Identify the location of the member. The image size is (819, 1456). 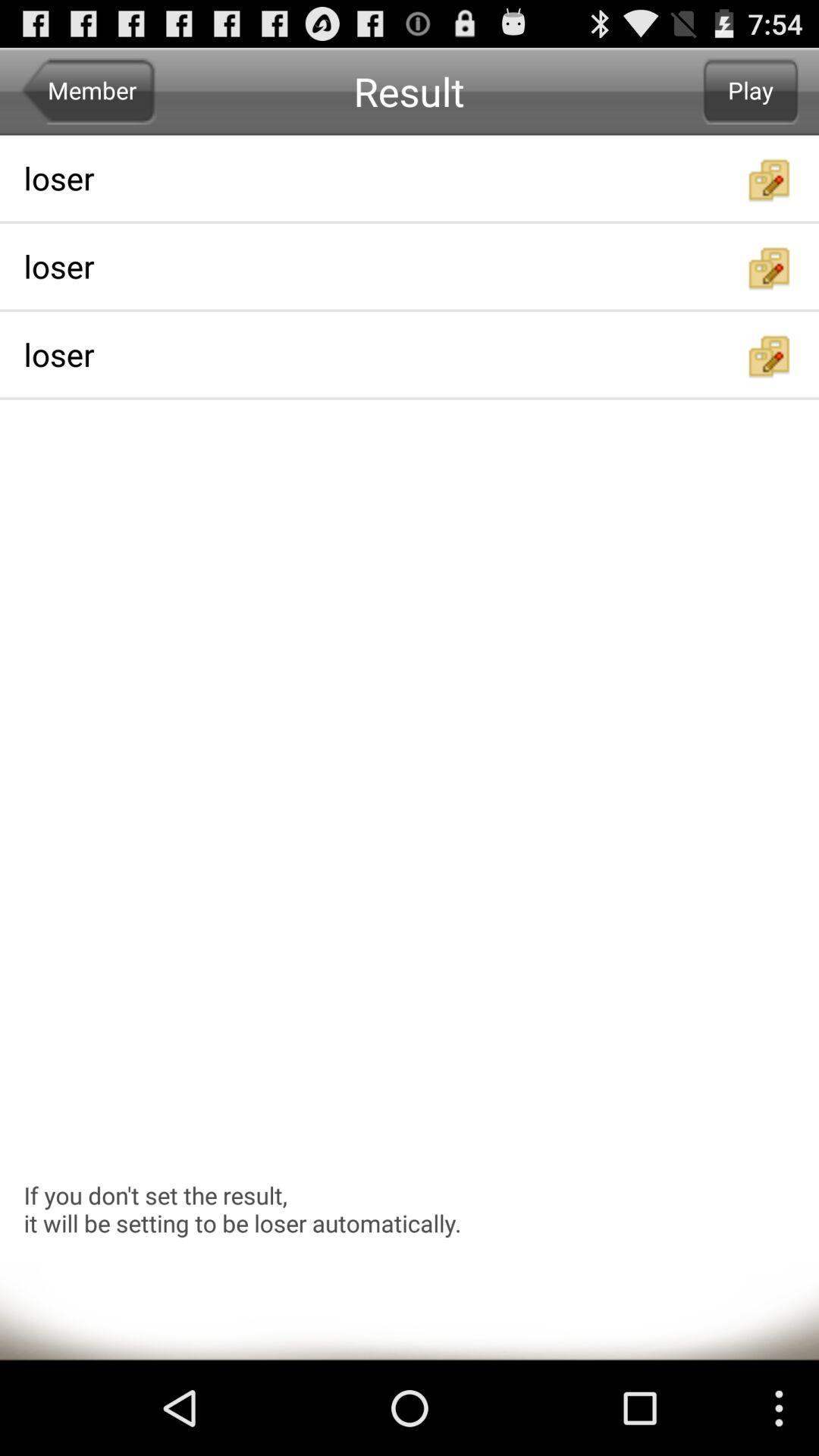
(88, 90).